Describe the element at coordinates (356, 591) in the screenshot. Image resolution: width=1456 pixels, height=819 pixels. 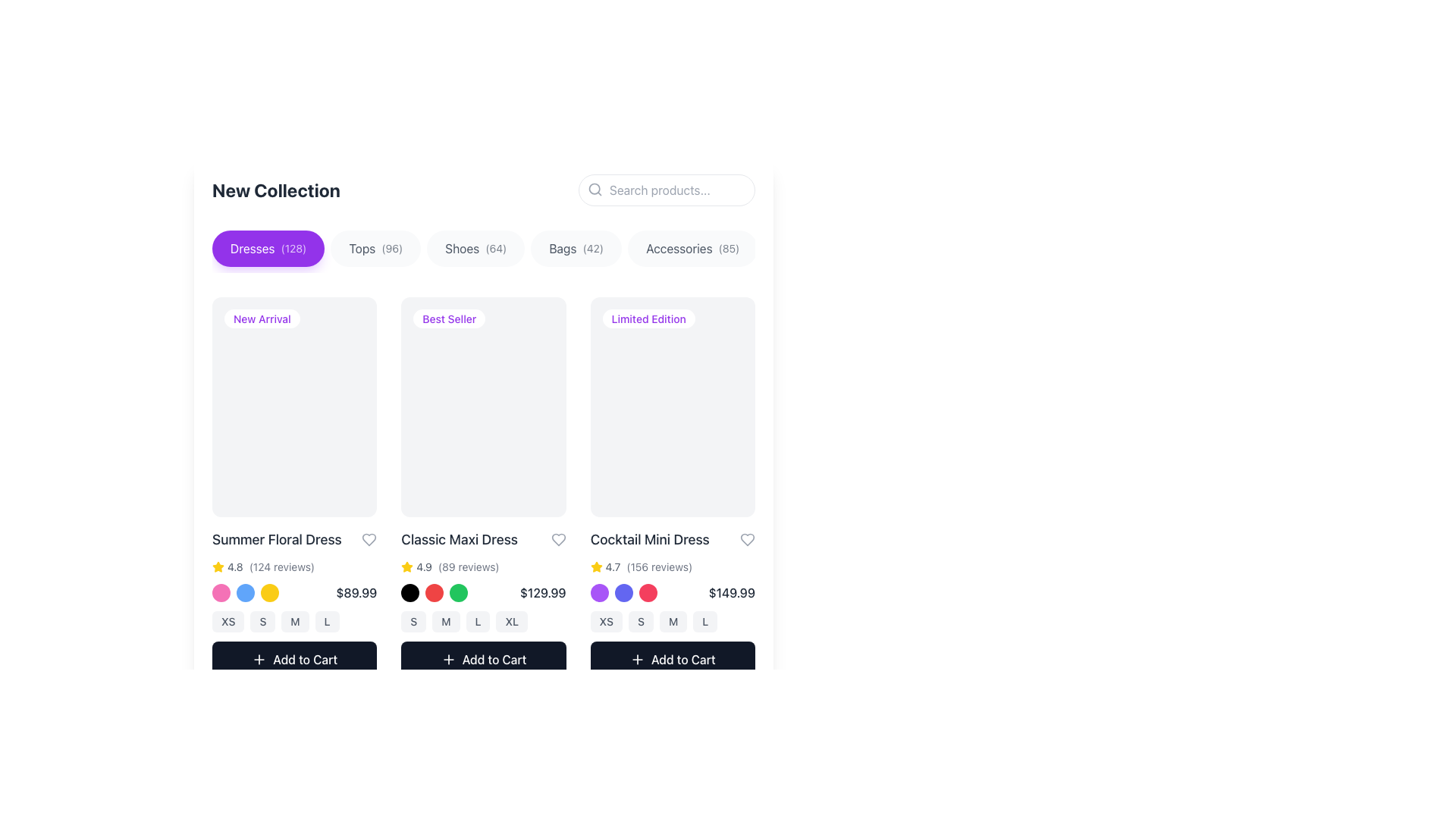
I see `the text label displaying the price '$89.99'` at that location.